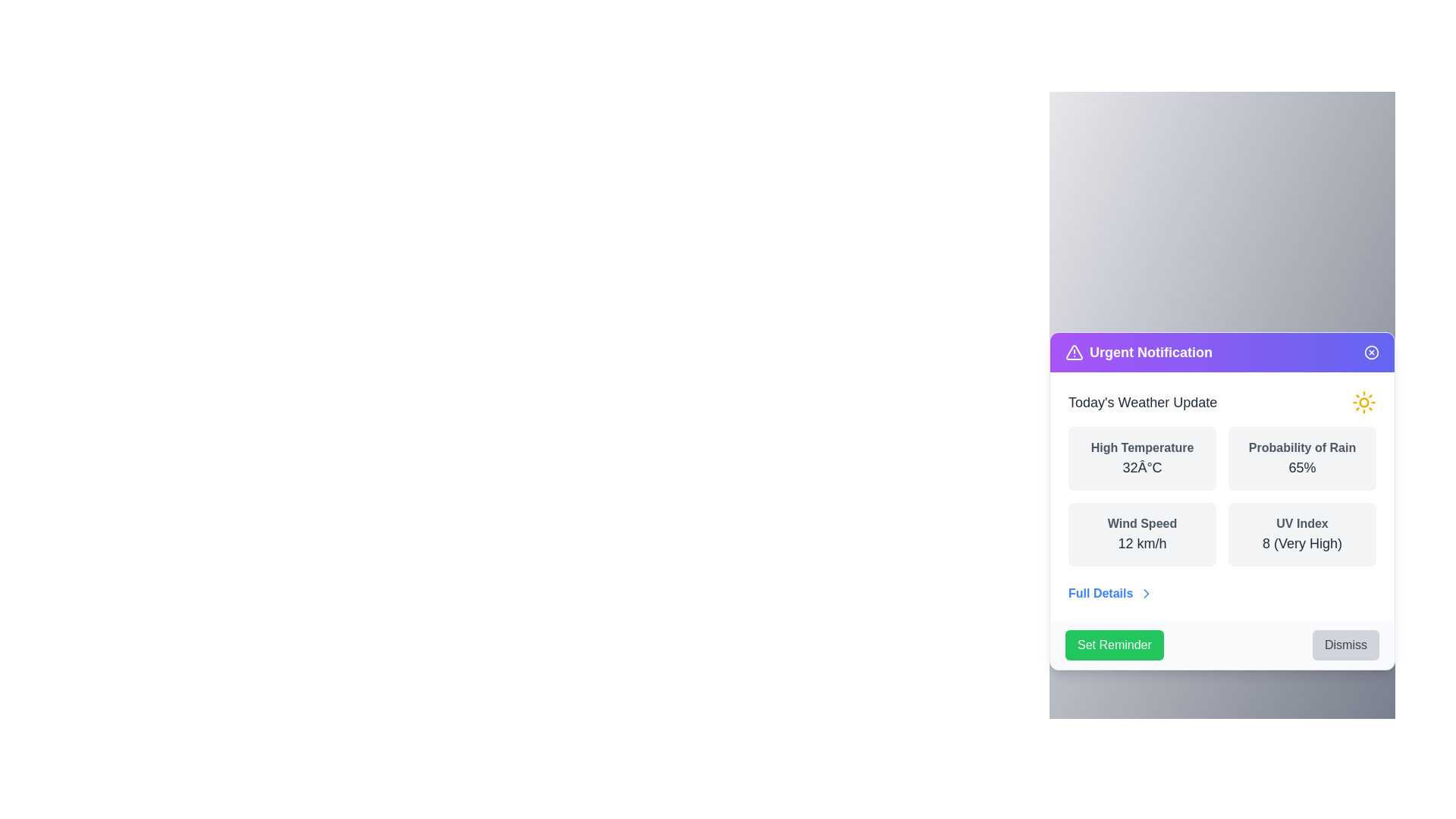  I want to click on the 'Wind Speed' text label, which is displayed in bold gray font and is positioned above '12 km/h' in the weather report section, so click(1142, 522).